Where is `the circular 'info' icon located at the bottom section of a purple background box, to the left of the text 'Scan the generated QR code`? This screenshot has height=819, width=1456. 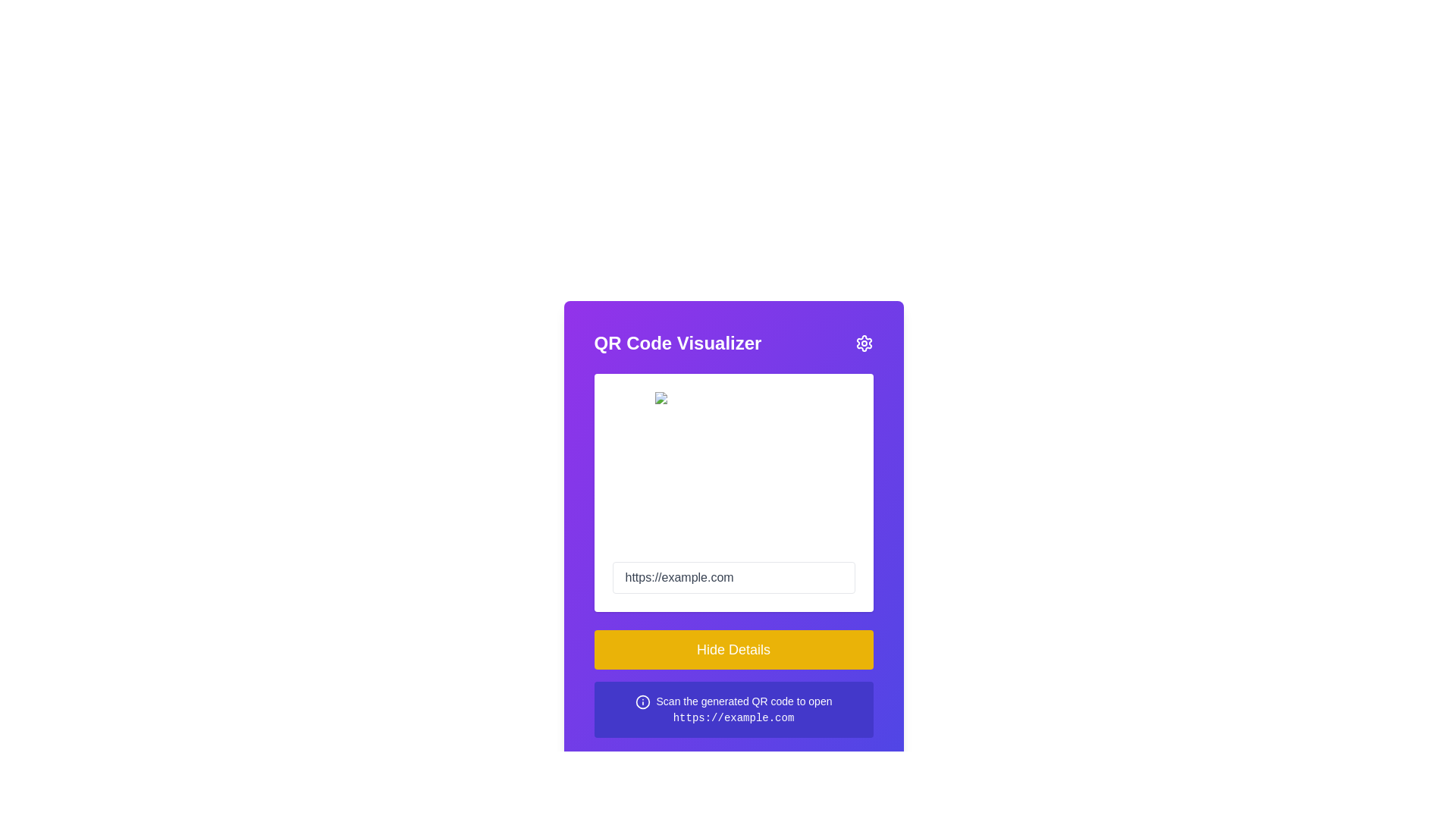
the circular 'info' icon located at the bottom section of a purple background box, to the left of the text 'Scan the generated QR code is located at coordinates (642, 702).